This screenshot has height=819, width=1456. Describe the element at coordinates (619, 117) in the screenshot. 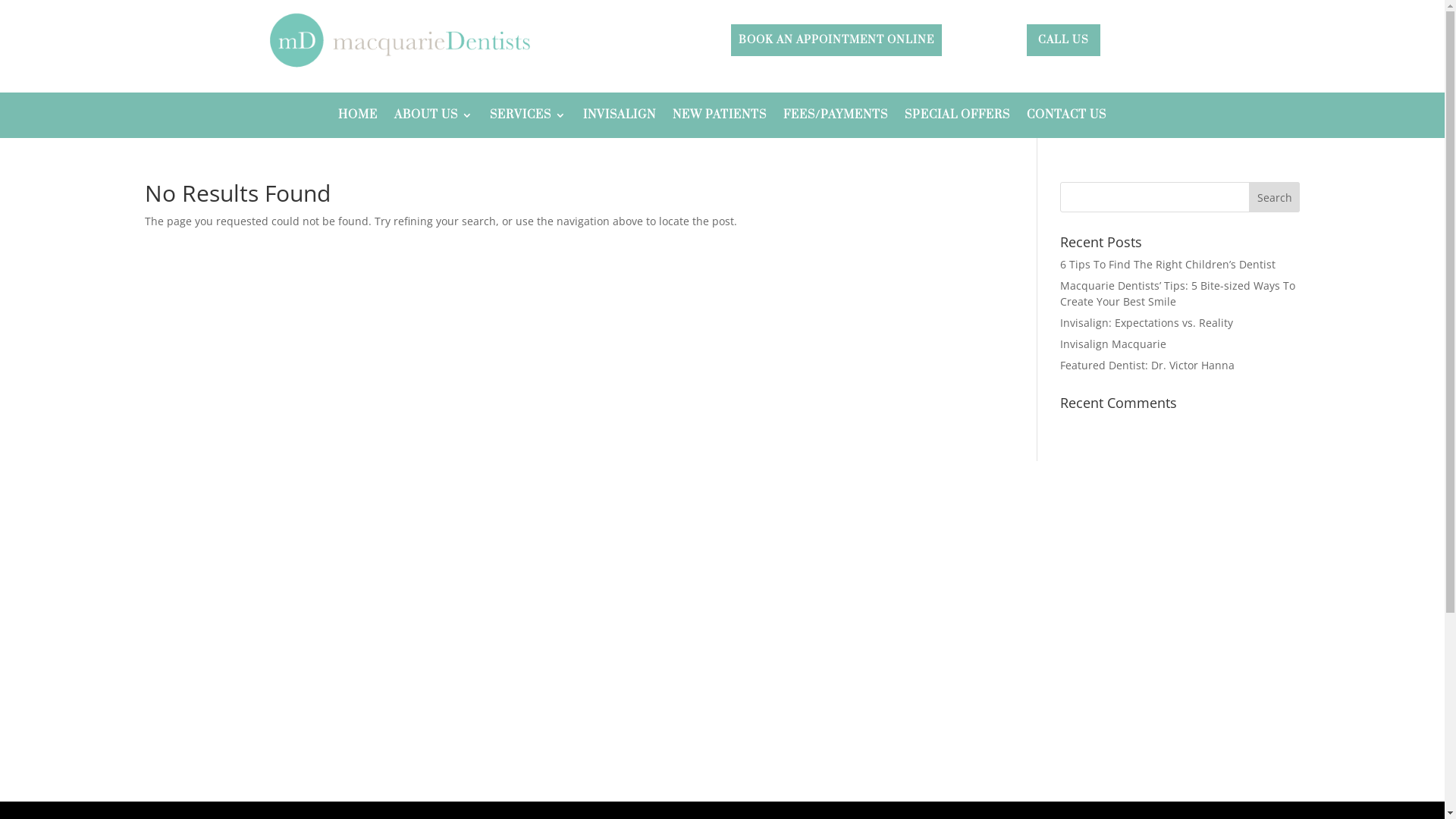

I see `'INVISALIGN'` at that location.